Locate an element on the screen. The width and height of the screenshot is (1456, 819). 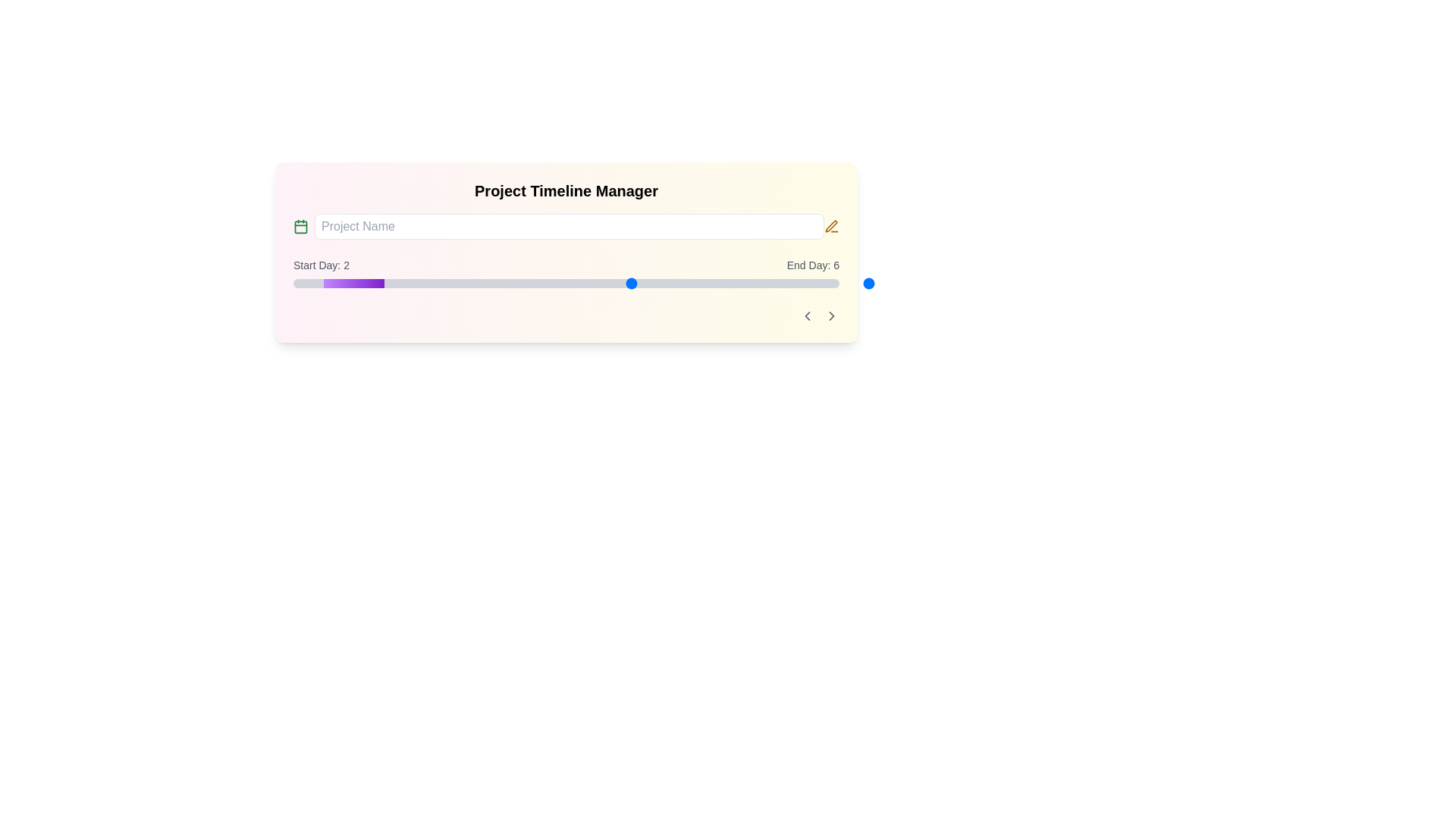
the left-pointing chevron-shaped icon is located at coordinates (807, 315).